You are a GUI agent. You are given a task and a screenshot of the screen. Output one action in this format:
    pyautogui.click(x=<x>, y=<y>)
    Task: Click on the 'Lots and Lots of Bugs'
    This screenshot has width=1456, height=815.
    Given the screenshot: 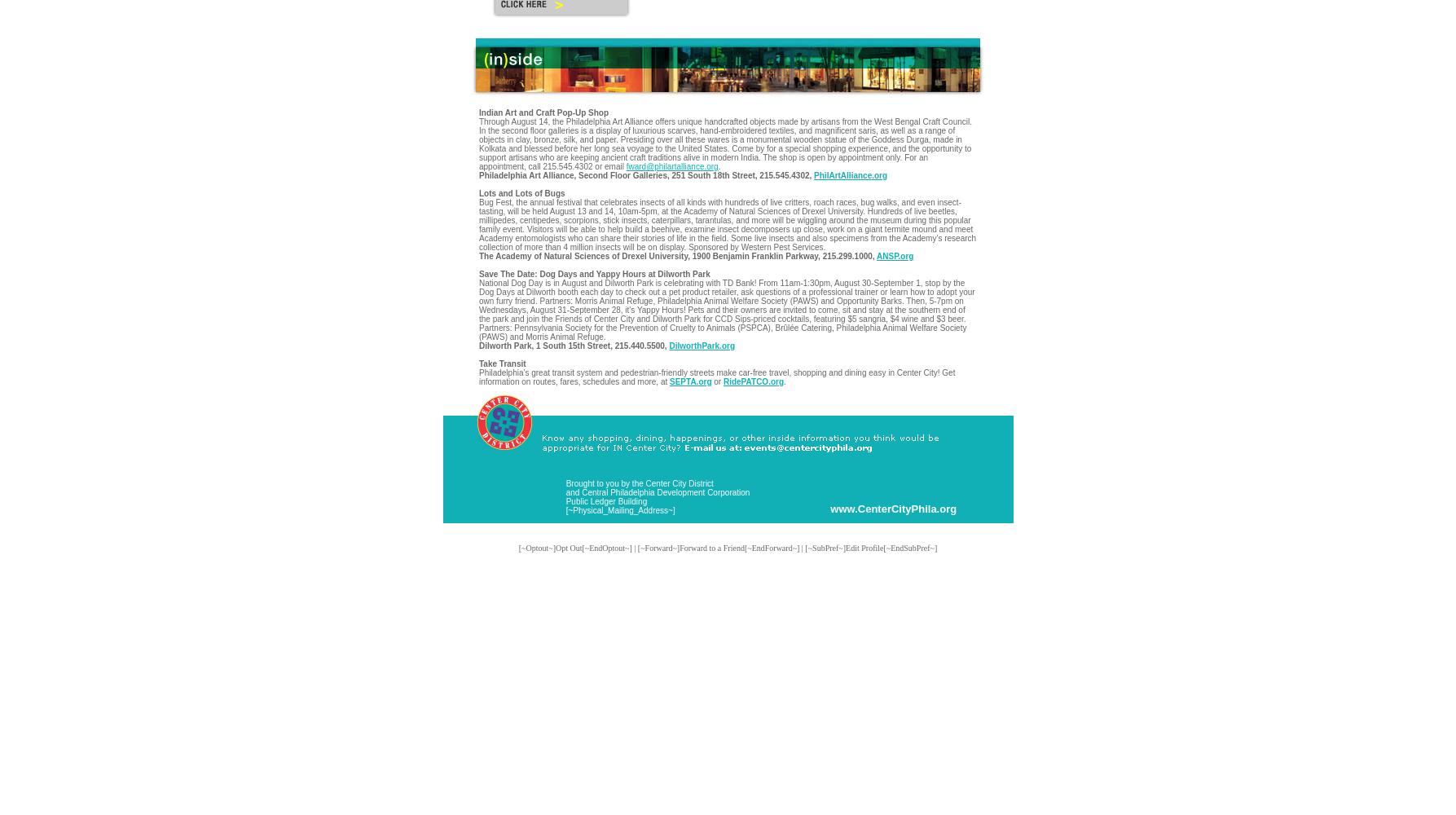 What is the action you would take?
    pyautogui.click(x=477, y=192)
    